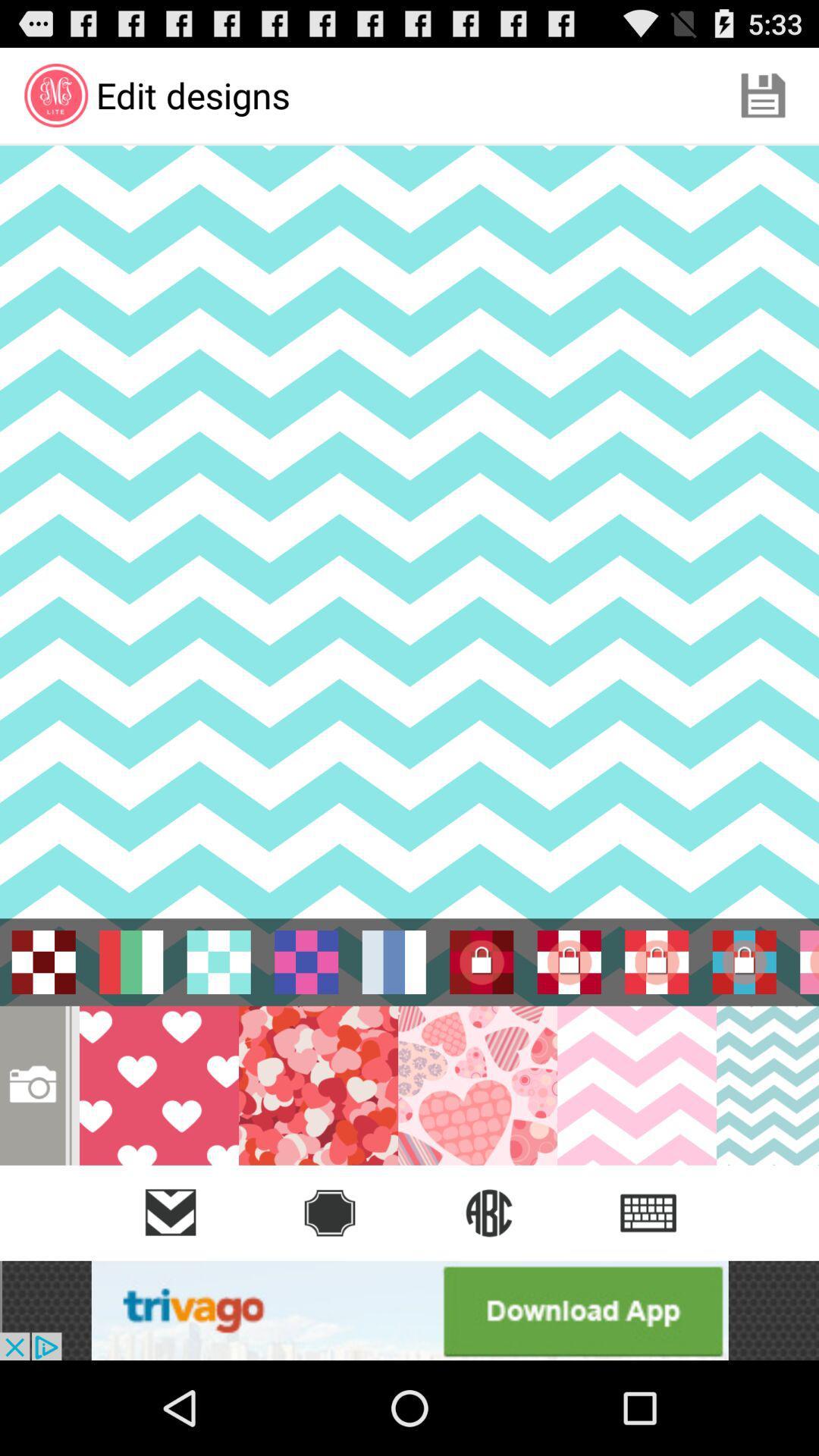 The width and height of the screenshot is (819, 1456). Describe the element at coordinates (158, 1084) in the screenshot. I see `the first image of the bottom left corner` at that location.